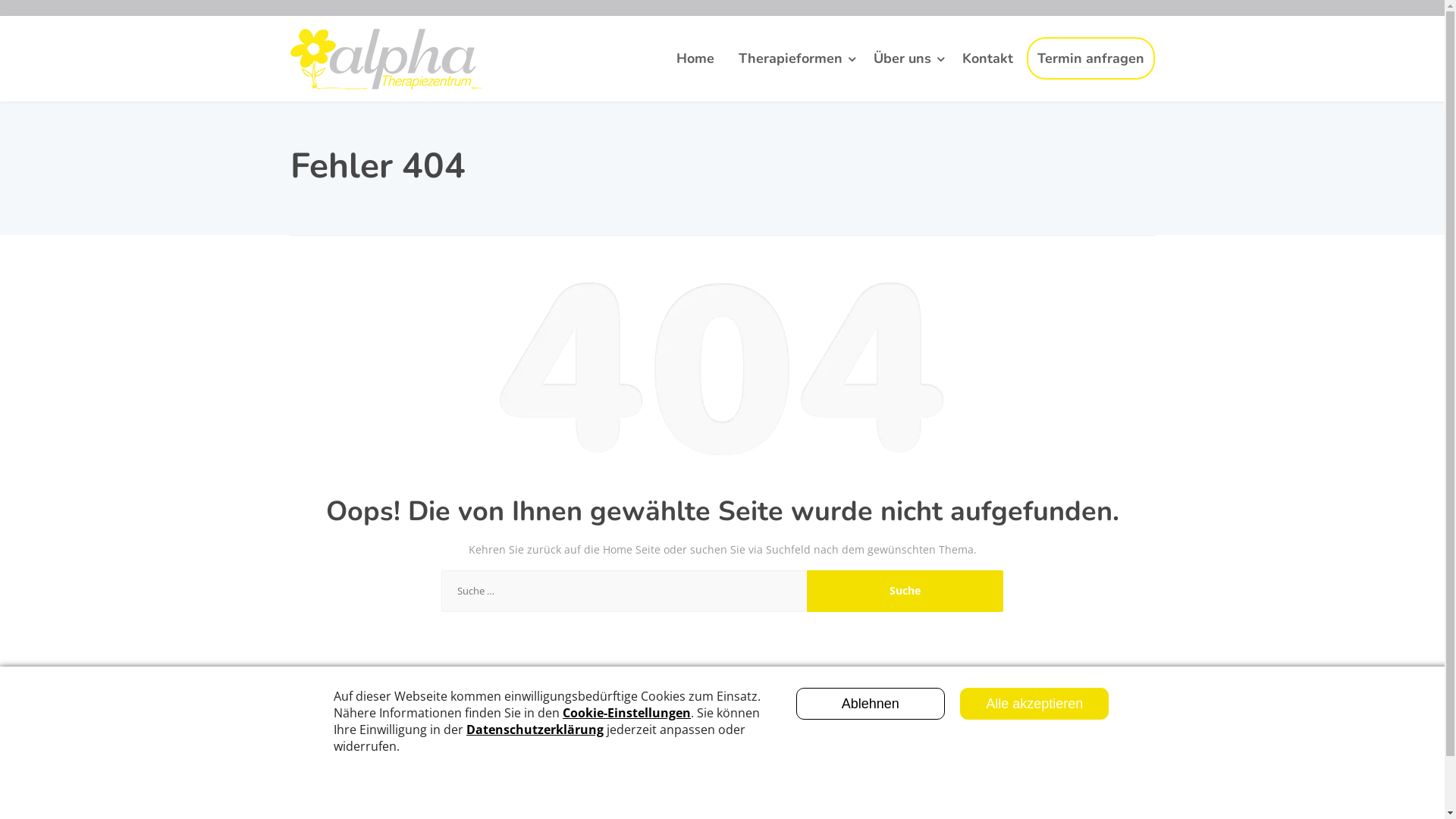 This screenshot has width=1456, height=819. Describe the element at coordinates (806, 590) in the screenshot. I see `'Suche'` at that location.